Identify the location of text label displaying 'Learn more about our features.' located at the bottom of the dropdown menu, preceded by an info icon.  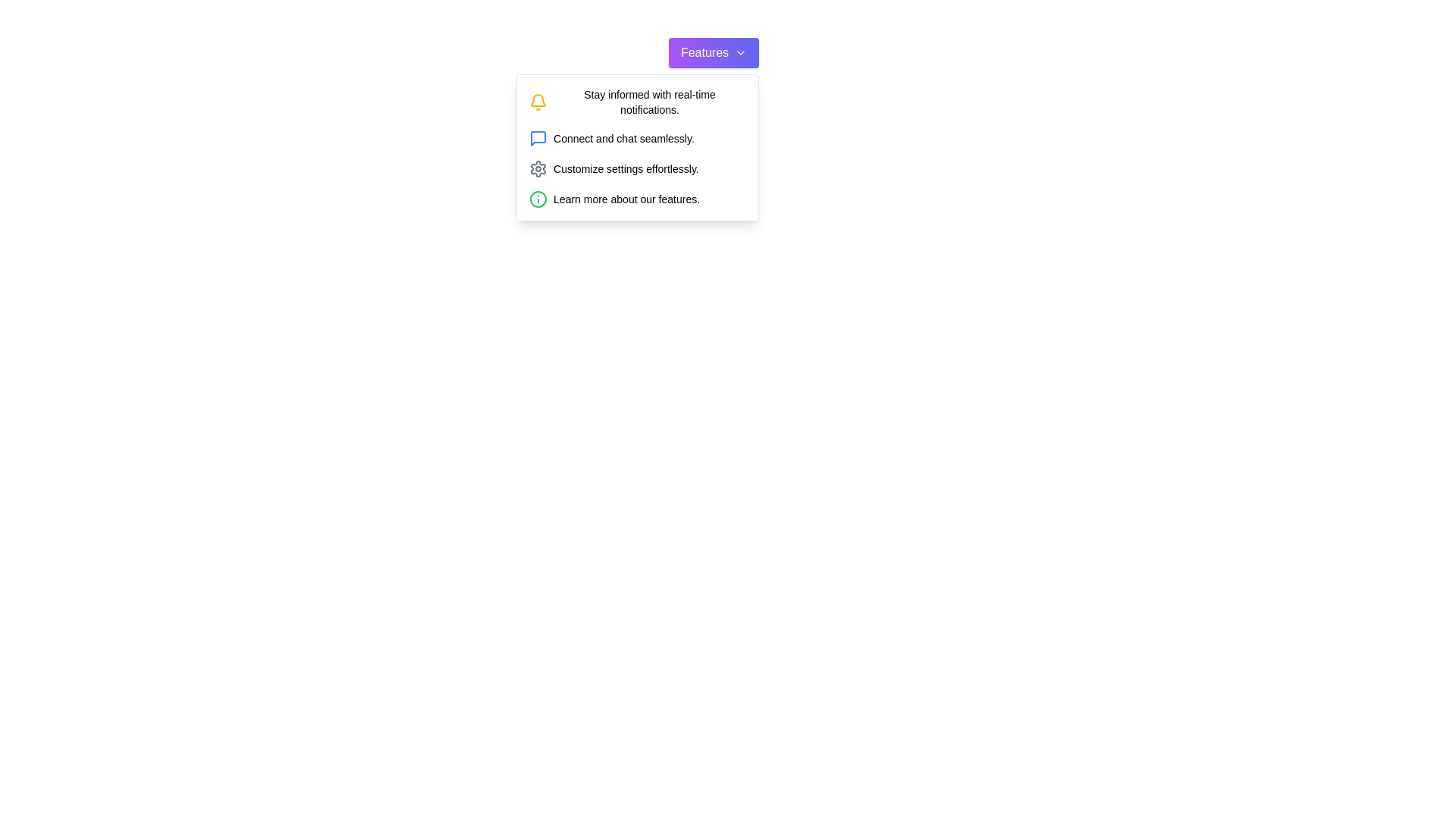
(626, 198).